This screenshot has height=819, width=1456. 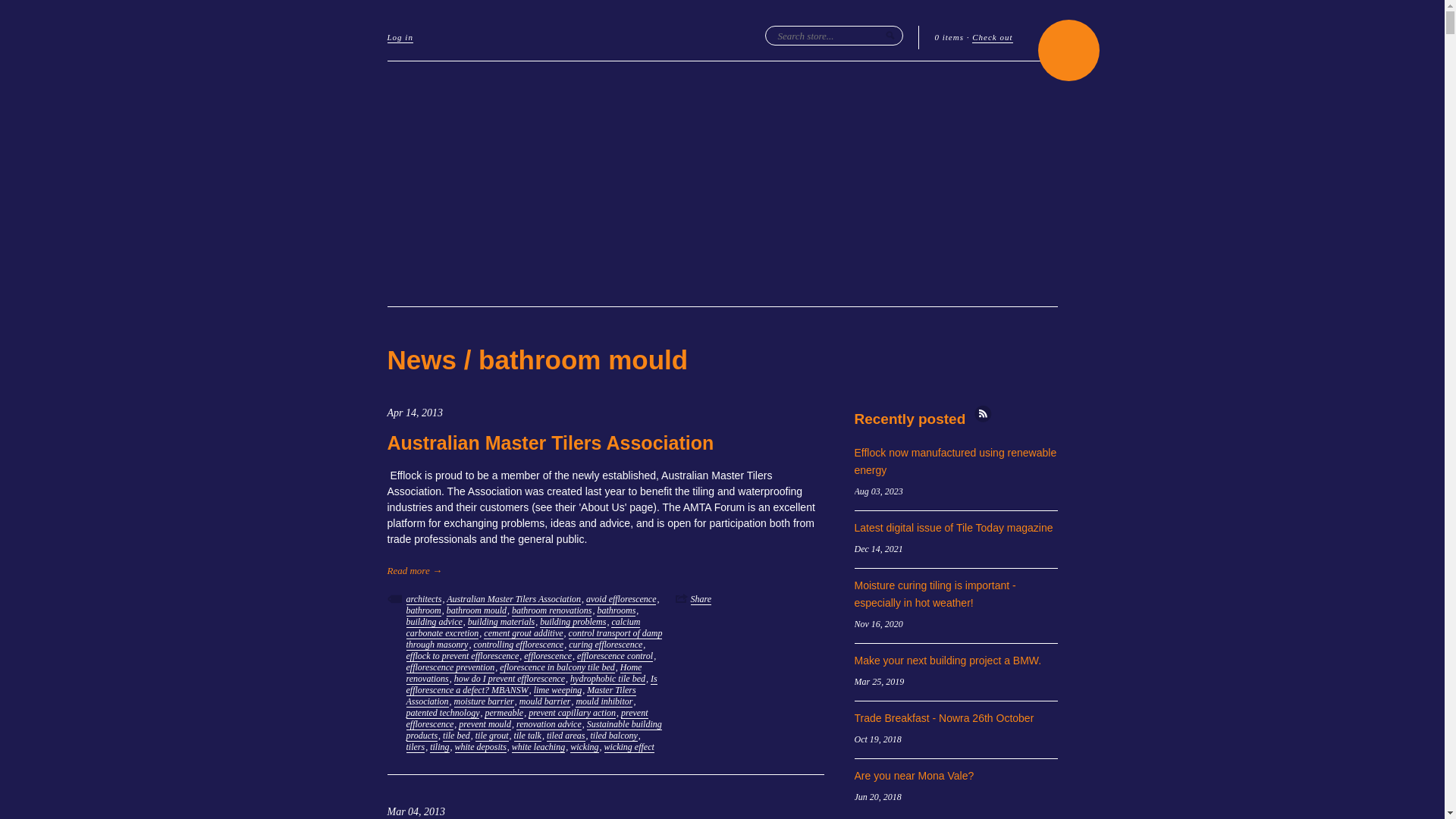 I want to click on 'Make your next building project a BMW.', so click(x=946, y=660).